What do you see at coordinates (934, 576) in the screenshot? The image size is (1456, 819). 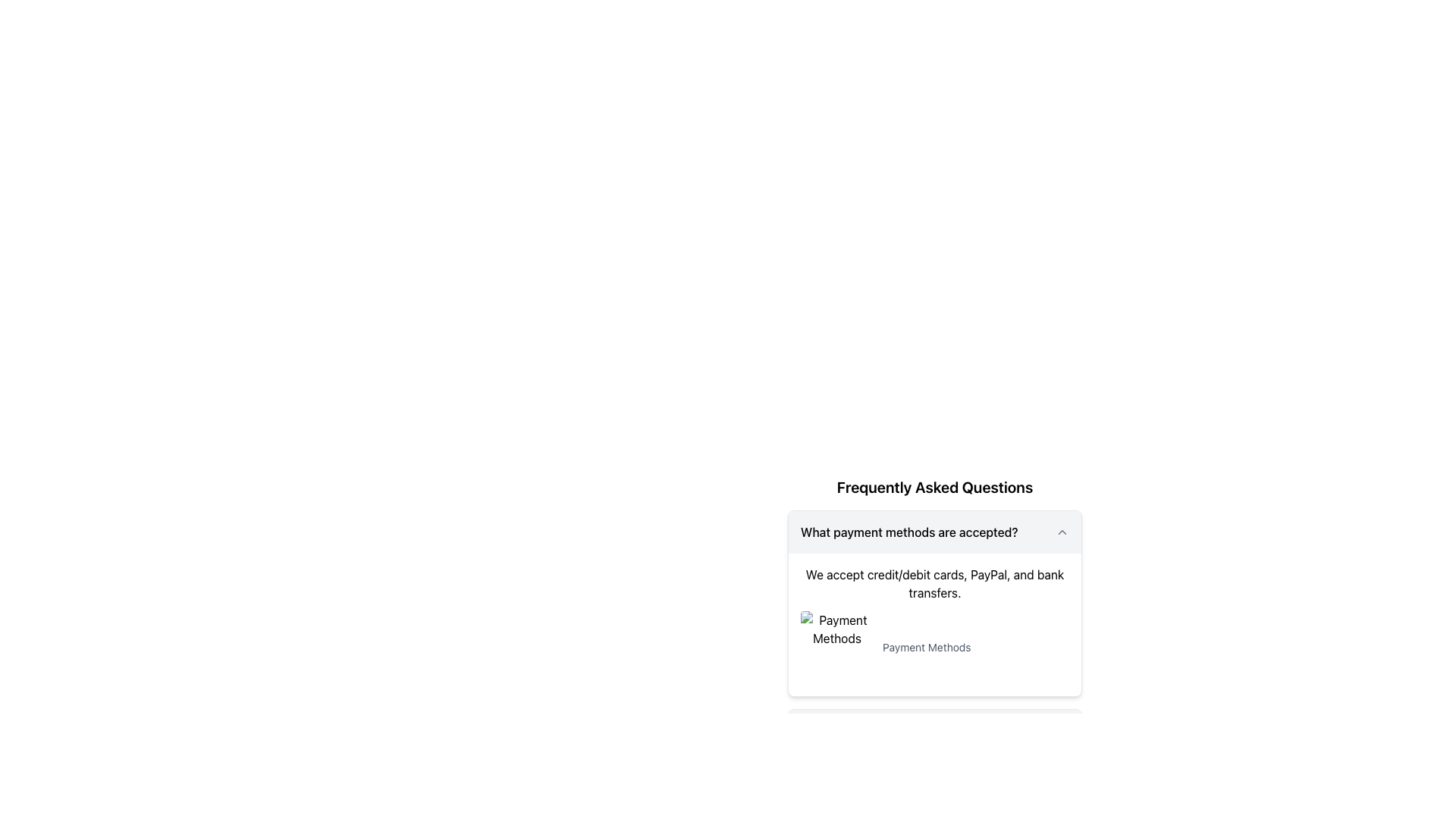 I see `the informational section about payment methods in the Frequently Asked Questions block to read its content` at bounding box center [934, 576].